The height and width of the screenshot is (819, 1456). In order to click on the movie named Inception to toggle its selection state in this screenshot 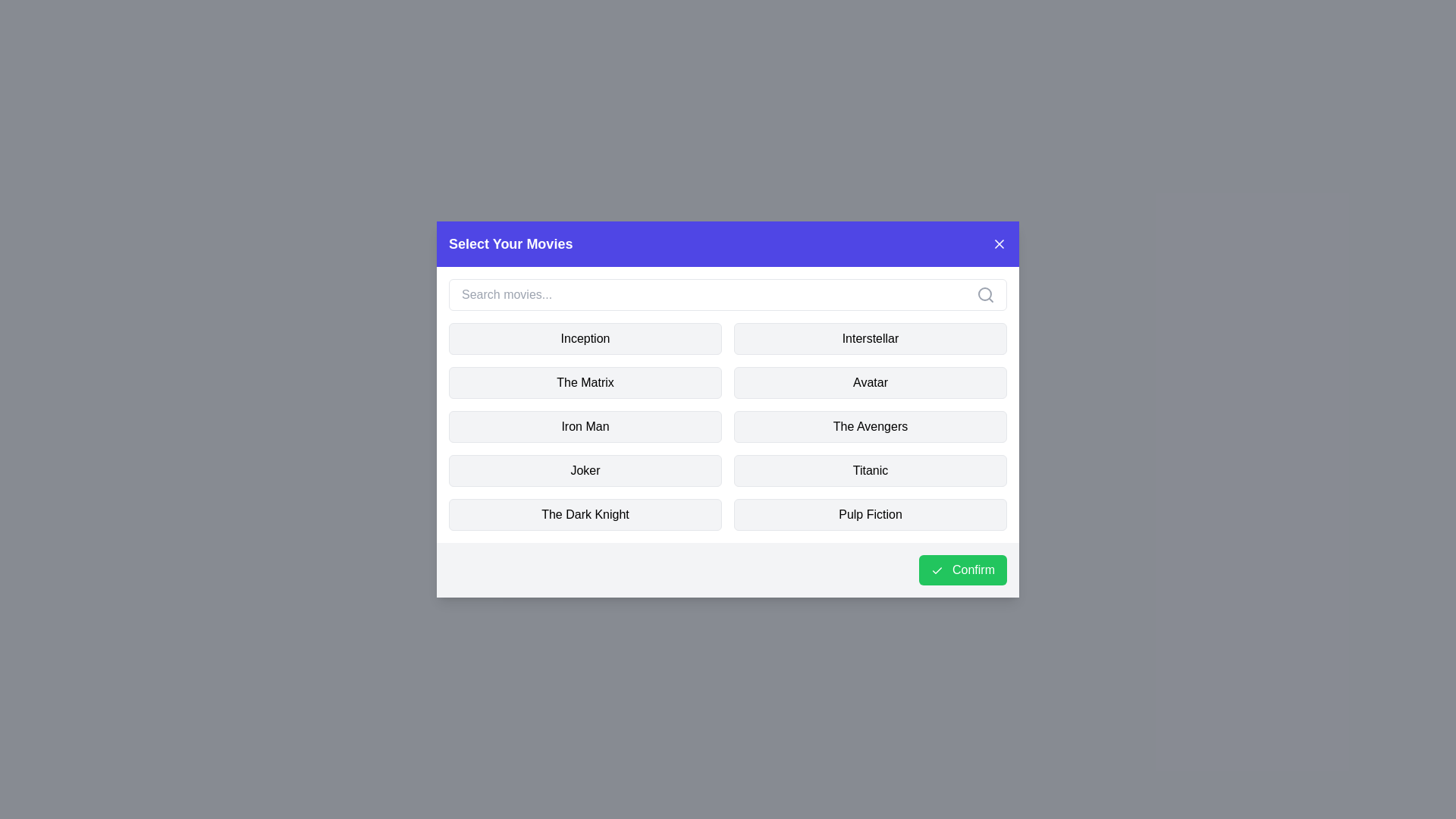, I will do `click(585, 338)`.